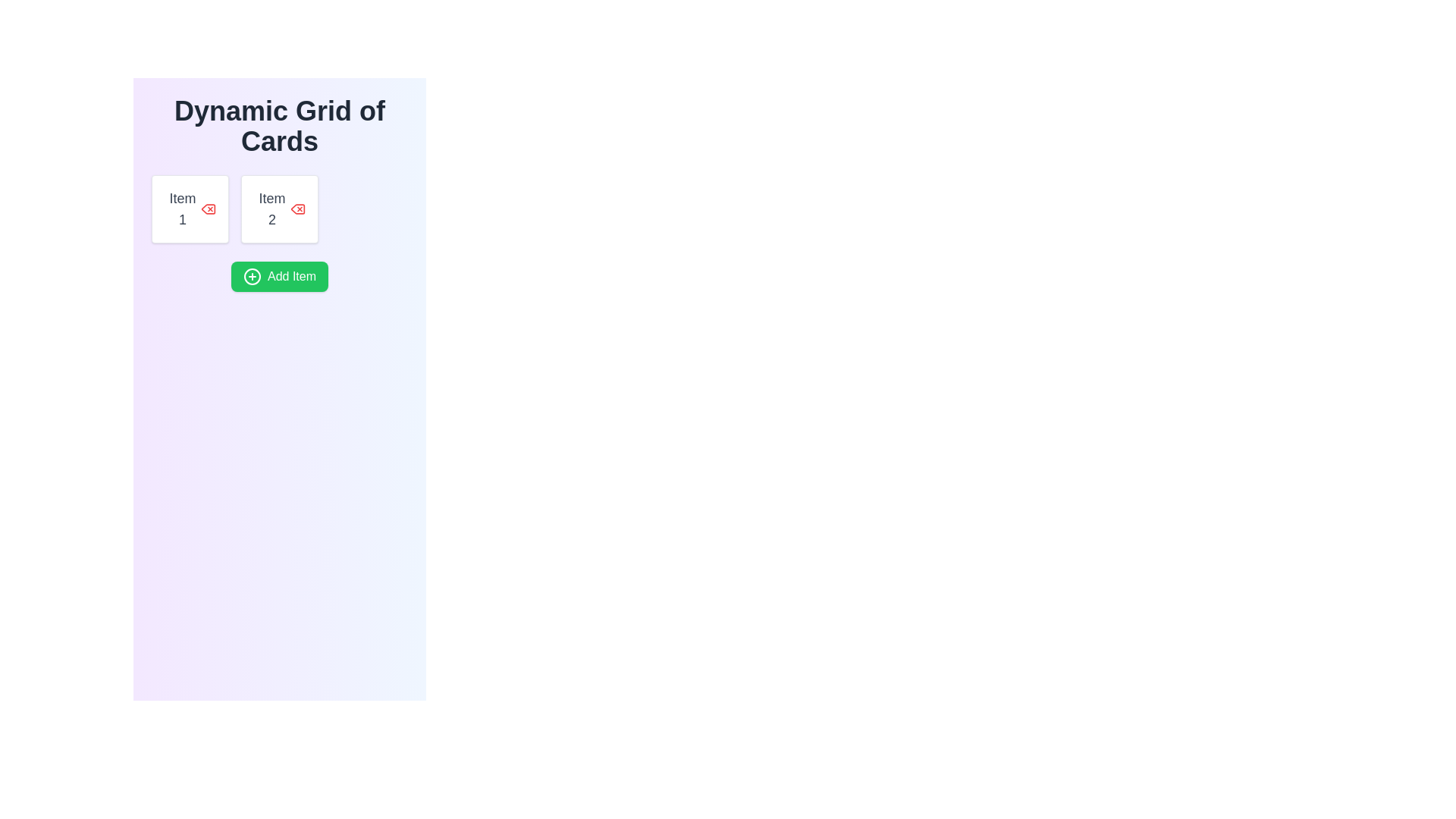 The height and width of the screenshot is (819, 1456). What do you see at coordinates (252, 277) in the screenshot?
I see `the icon inside the 'Add Item' button, which is visually aligned to the left of the text within a green button` at bounding box center [252, 277].